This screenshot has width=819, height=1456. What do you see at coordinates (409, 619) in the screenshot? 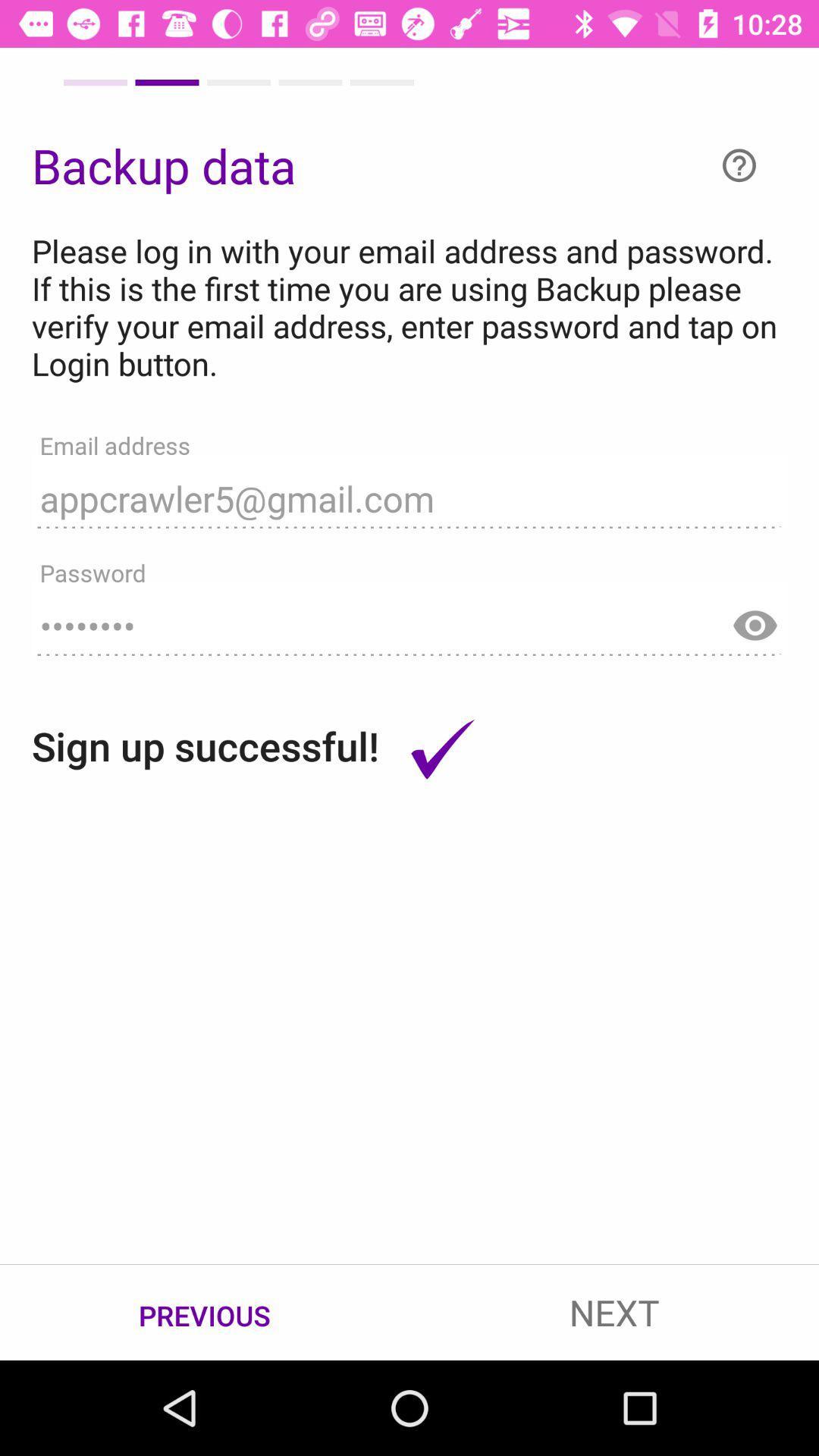
I see `the 12345678 item` at bounding box center [409, 619].